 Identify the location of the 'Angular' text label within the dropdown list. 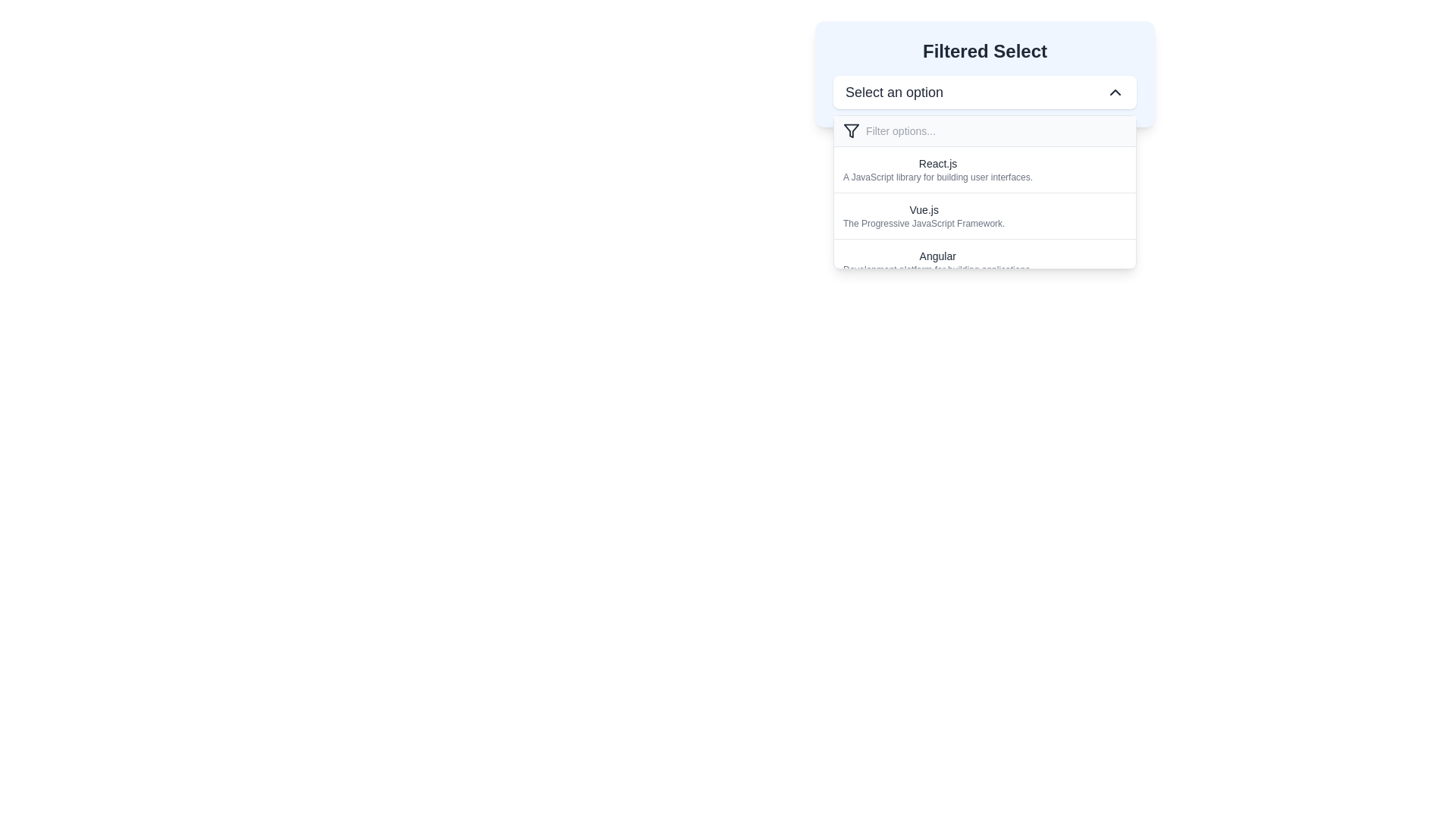
(937, 256).